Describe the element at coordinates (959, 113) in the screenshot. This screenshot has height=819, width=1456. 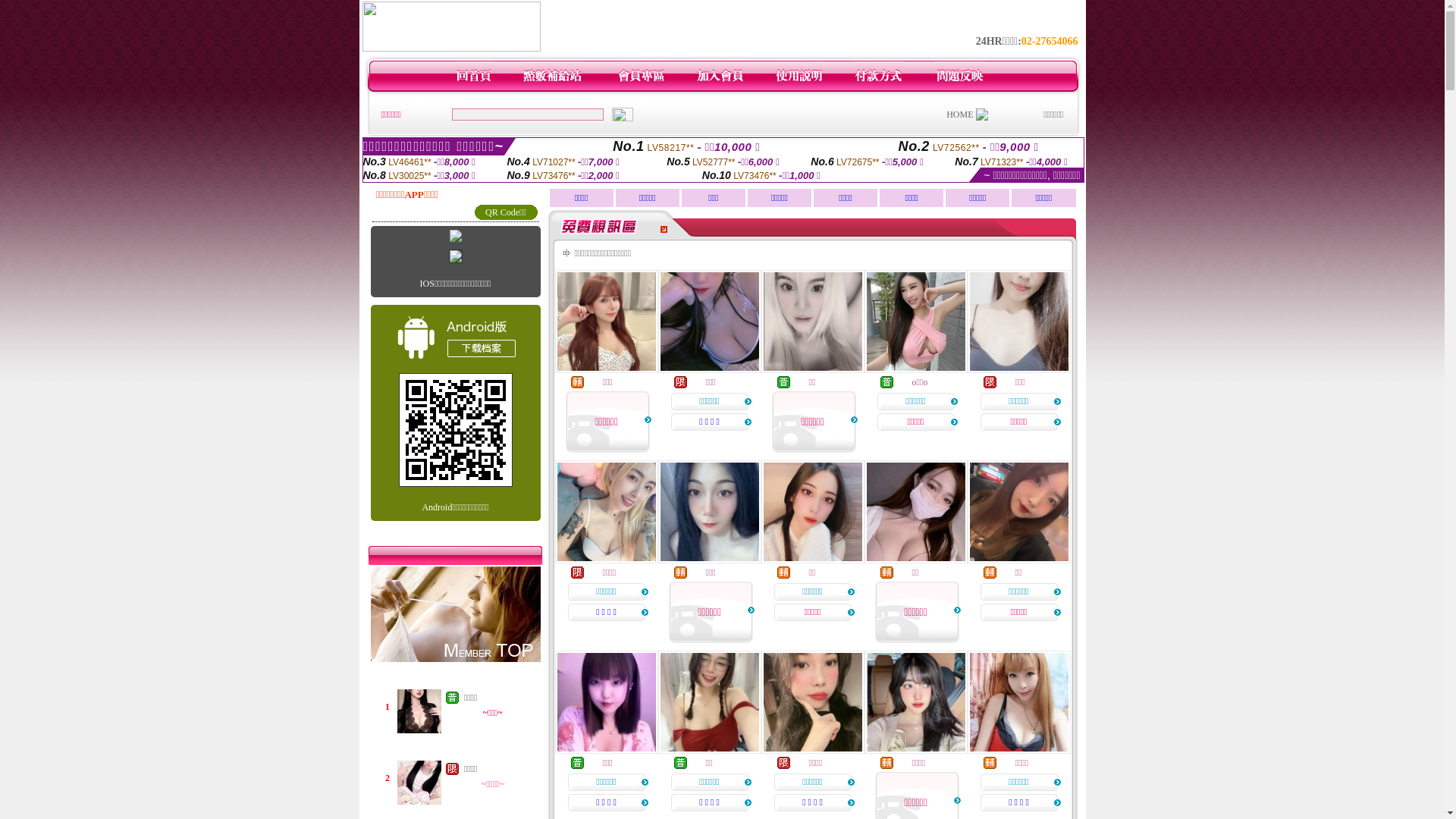
I see `'HOME'` at that location.